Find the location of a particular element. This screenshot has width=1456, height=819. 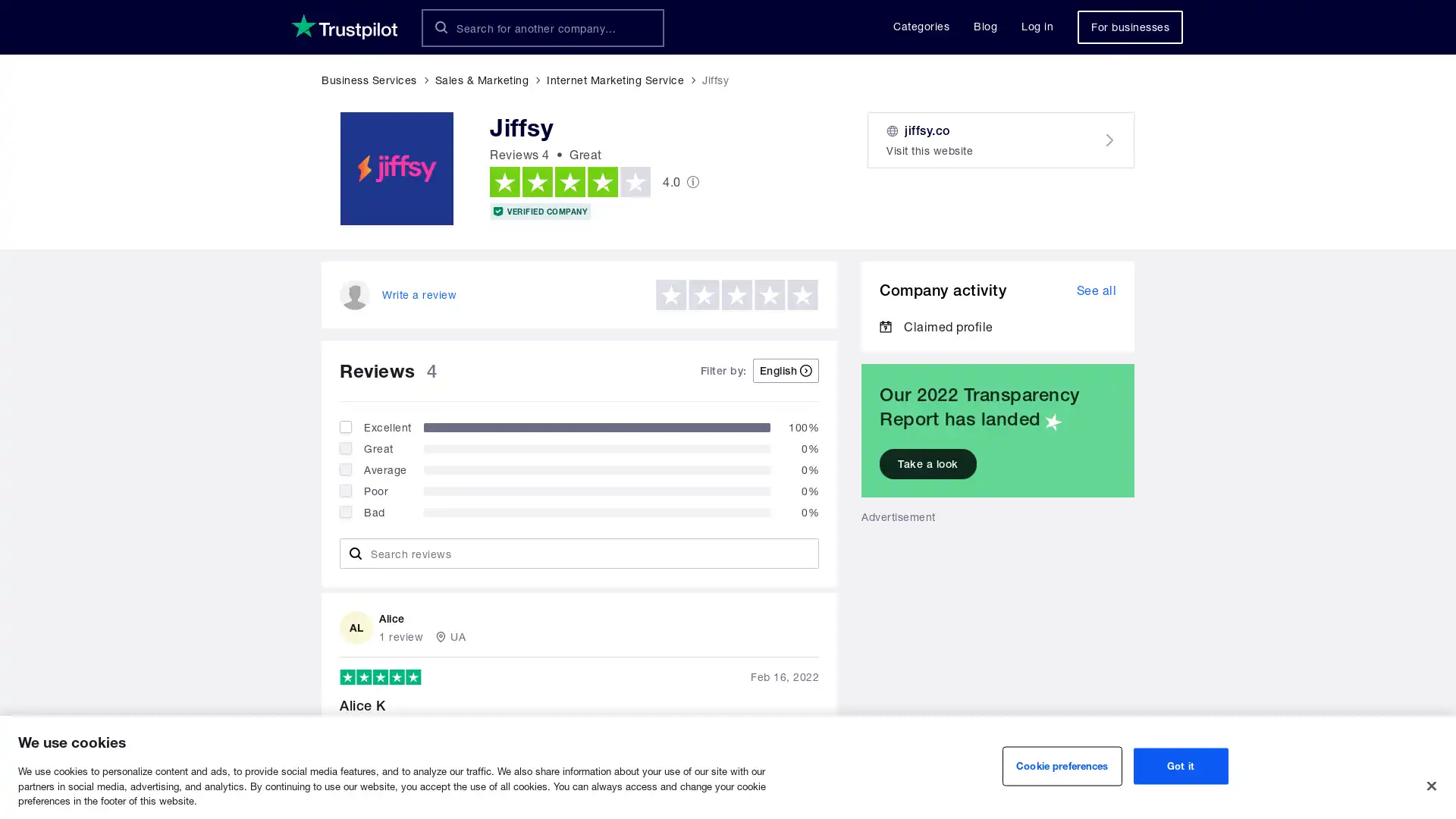

Claimed profile is located at coordinates (935, 325).